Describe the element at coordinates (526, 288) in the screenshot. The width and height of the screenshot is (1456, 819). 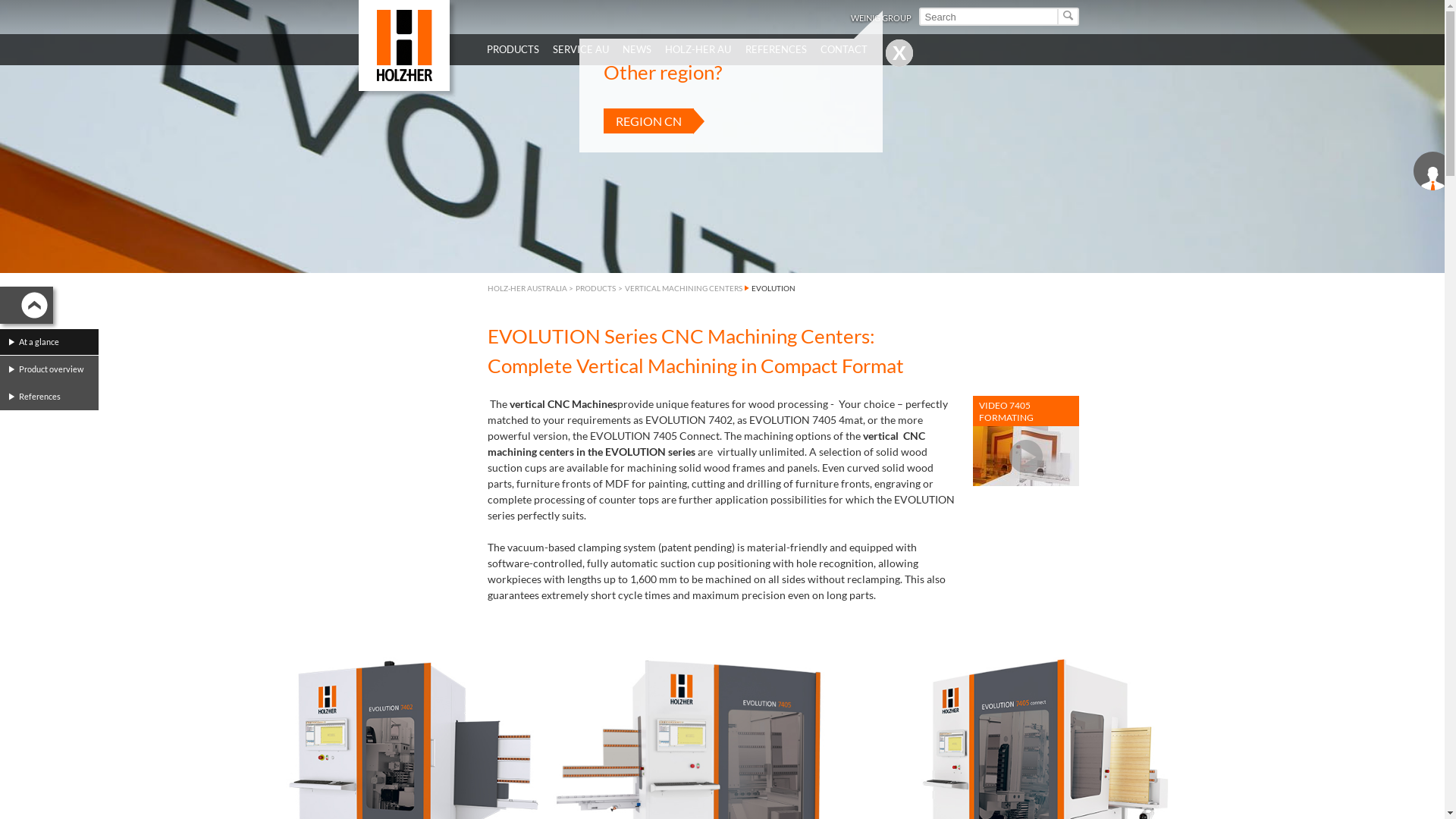
I see `'HOLZ-HER AUSTRALIA'` at that location.